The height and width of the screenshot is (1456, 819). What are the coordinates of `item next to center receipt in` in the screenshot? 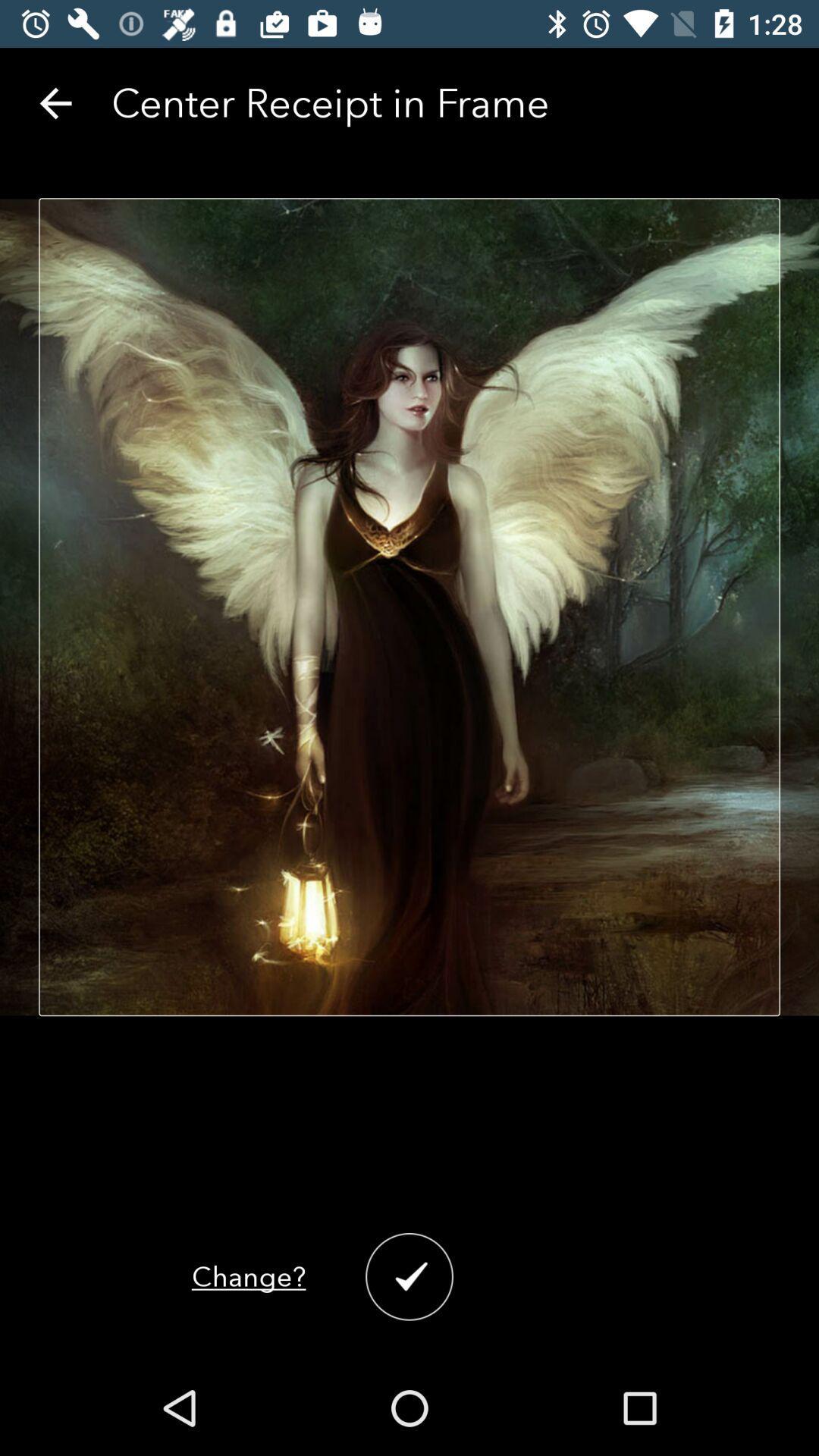 It's located at (55, 102).